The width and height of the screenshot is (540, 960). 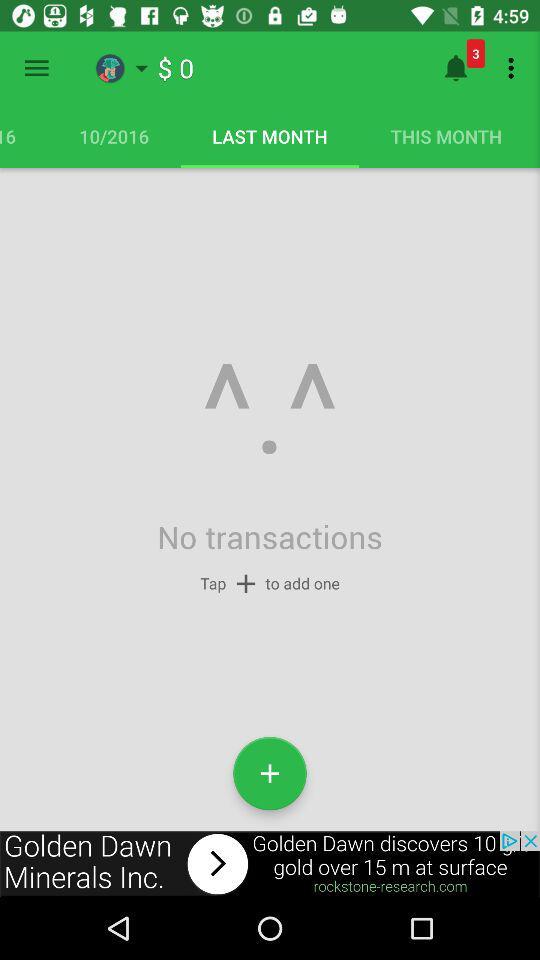 What do you see at coordinates (36, 68) in the screenshot?
I see `menu option` at bounding box center [36, 68].